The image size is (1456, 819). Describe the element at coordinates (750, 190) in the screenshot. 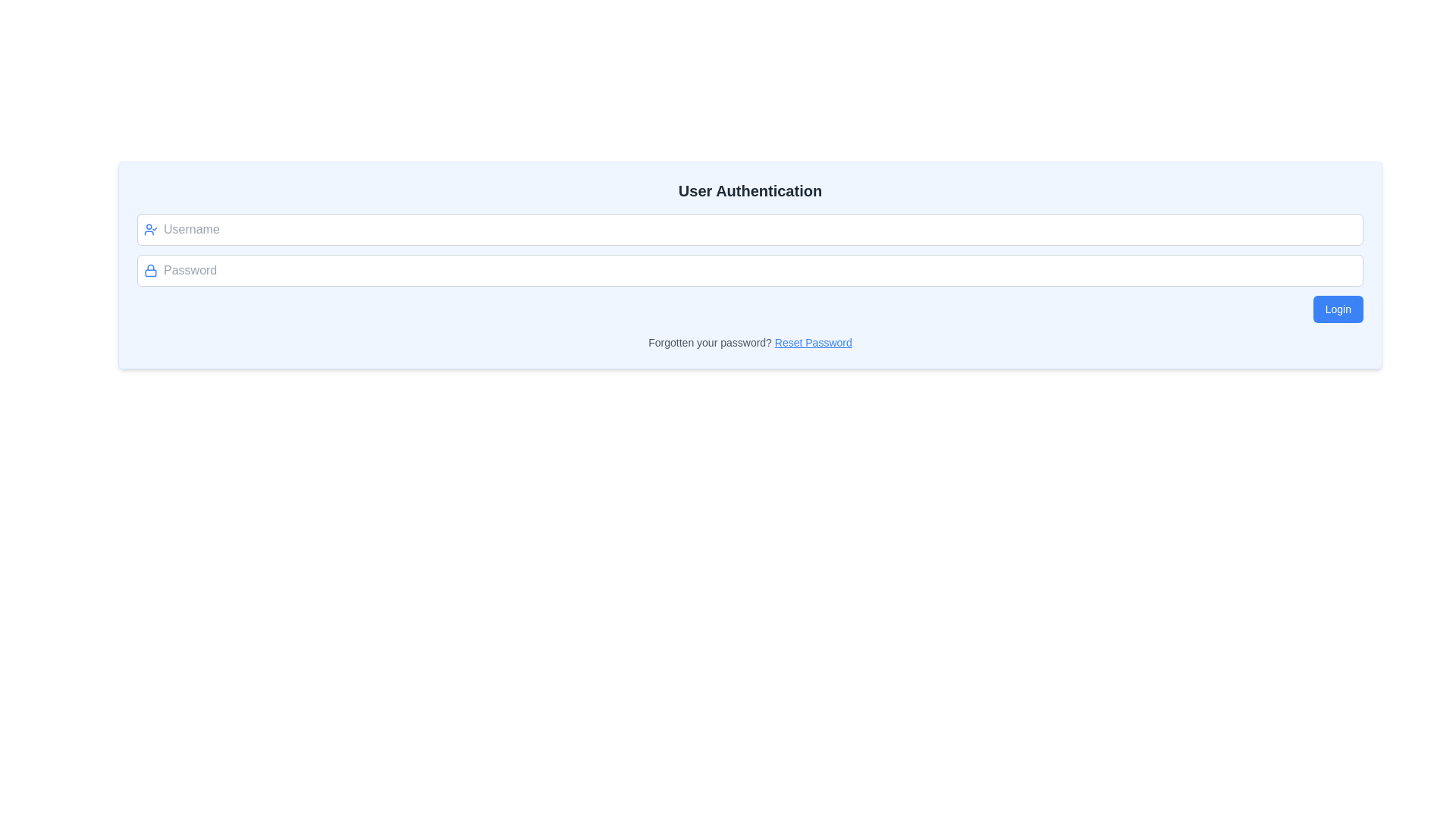

I see `the header text 'User Authentication', which is styled in bold, extra-large font and located at the top of the login section` at that location.